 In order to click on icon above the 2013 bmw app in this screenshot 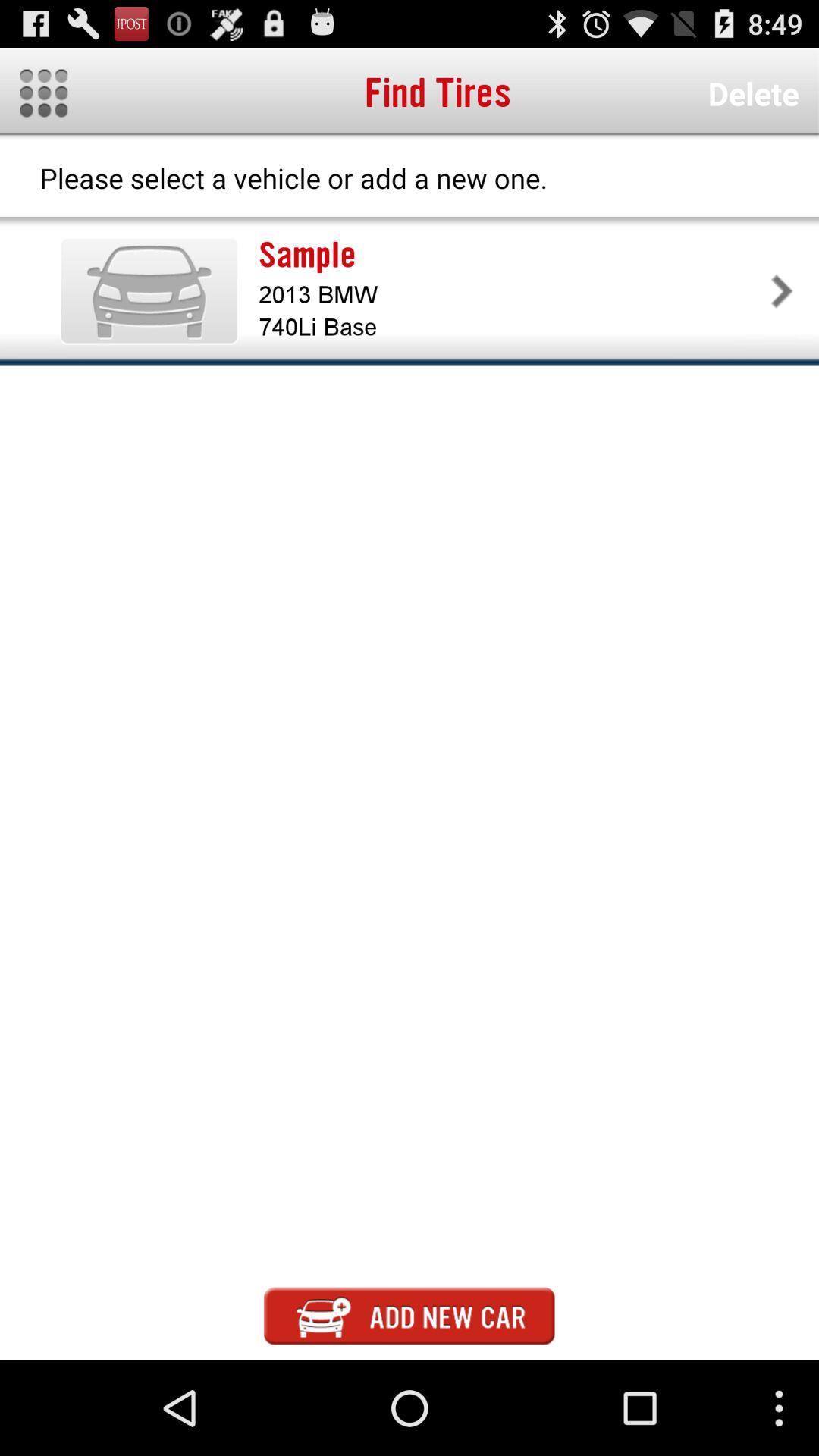, I will do `click(512, 255)`.